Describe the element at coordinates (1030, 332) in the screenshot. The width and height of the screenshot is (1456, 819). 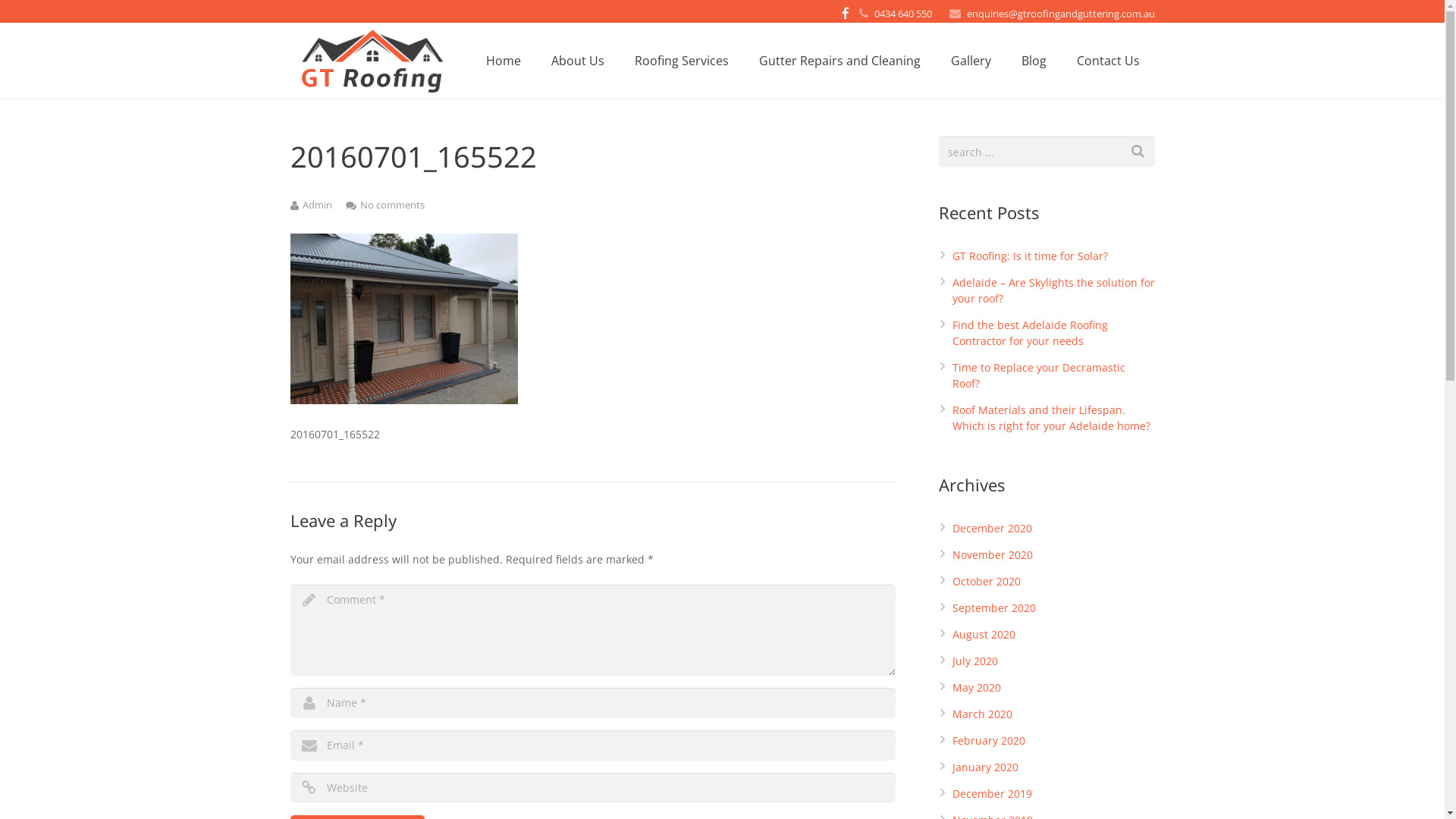
I see `'Find the best Adelaide Roofing Contractor for your needs'` at that location.